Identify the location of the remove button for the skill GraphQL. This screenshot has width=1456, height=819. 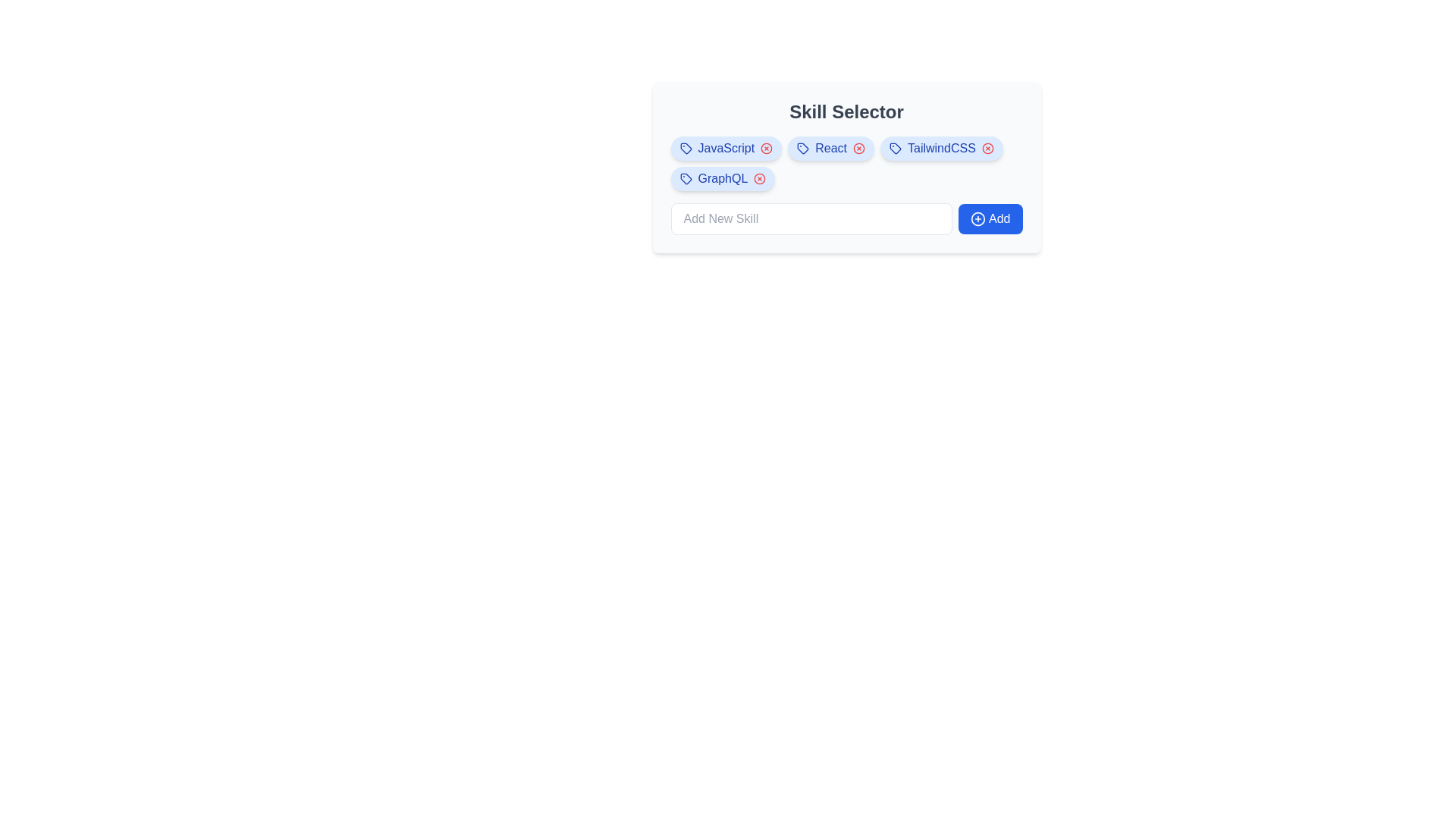
(760, 177).